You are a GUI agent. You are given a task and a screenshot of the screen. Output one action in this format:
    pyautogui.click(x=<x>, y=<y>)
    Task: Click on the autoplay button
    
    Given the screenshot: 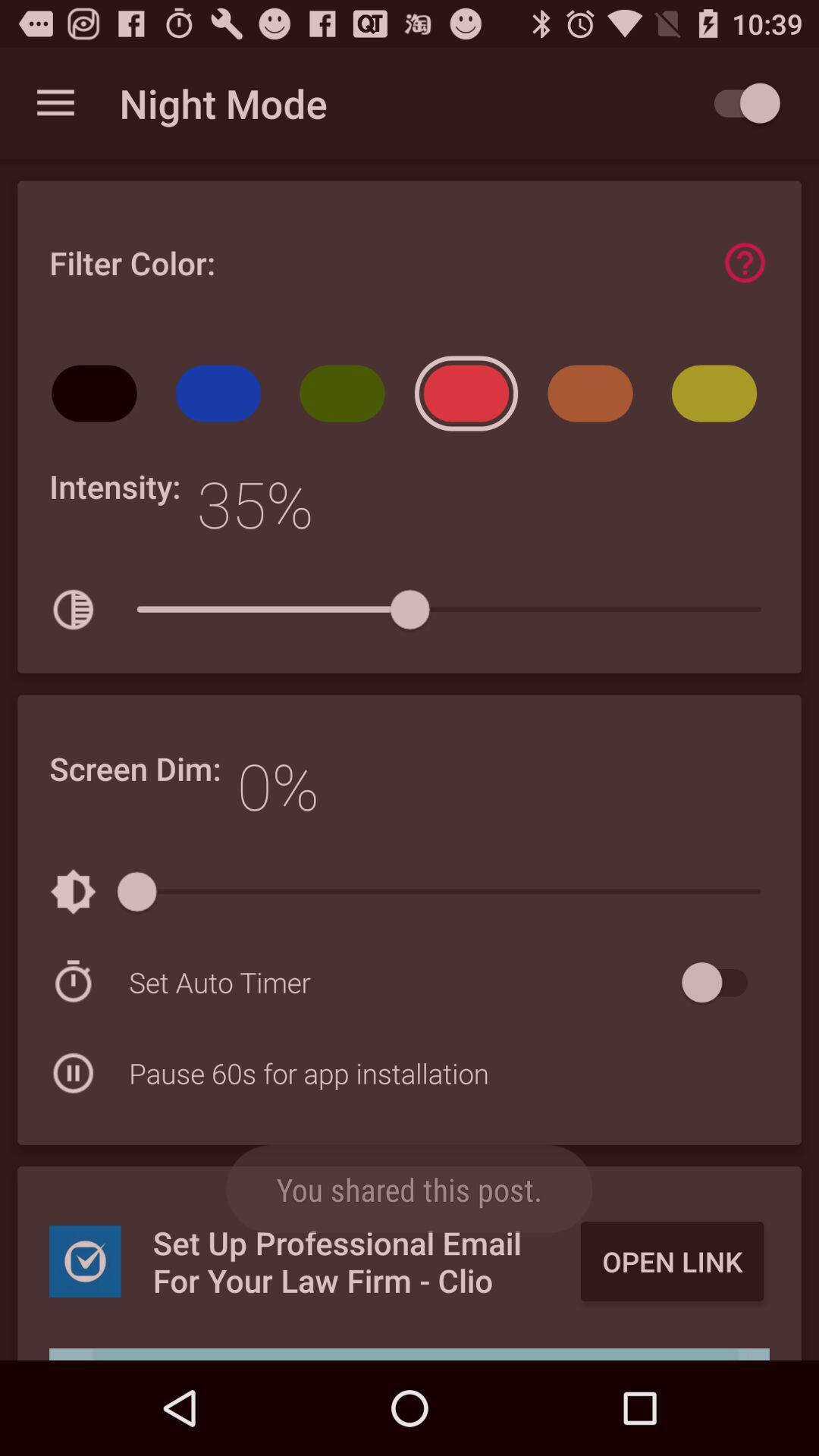 What is the action you would take?
    pyautogui.click(x=739, y=102)
    